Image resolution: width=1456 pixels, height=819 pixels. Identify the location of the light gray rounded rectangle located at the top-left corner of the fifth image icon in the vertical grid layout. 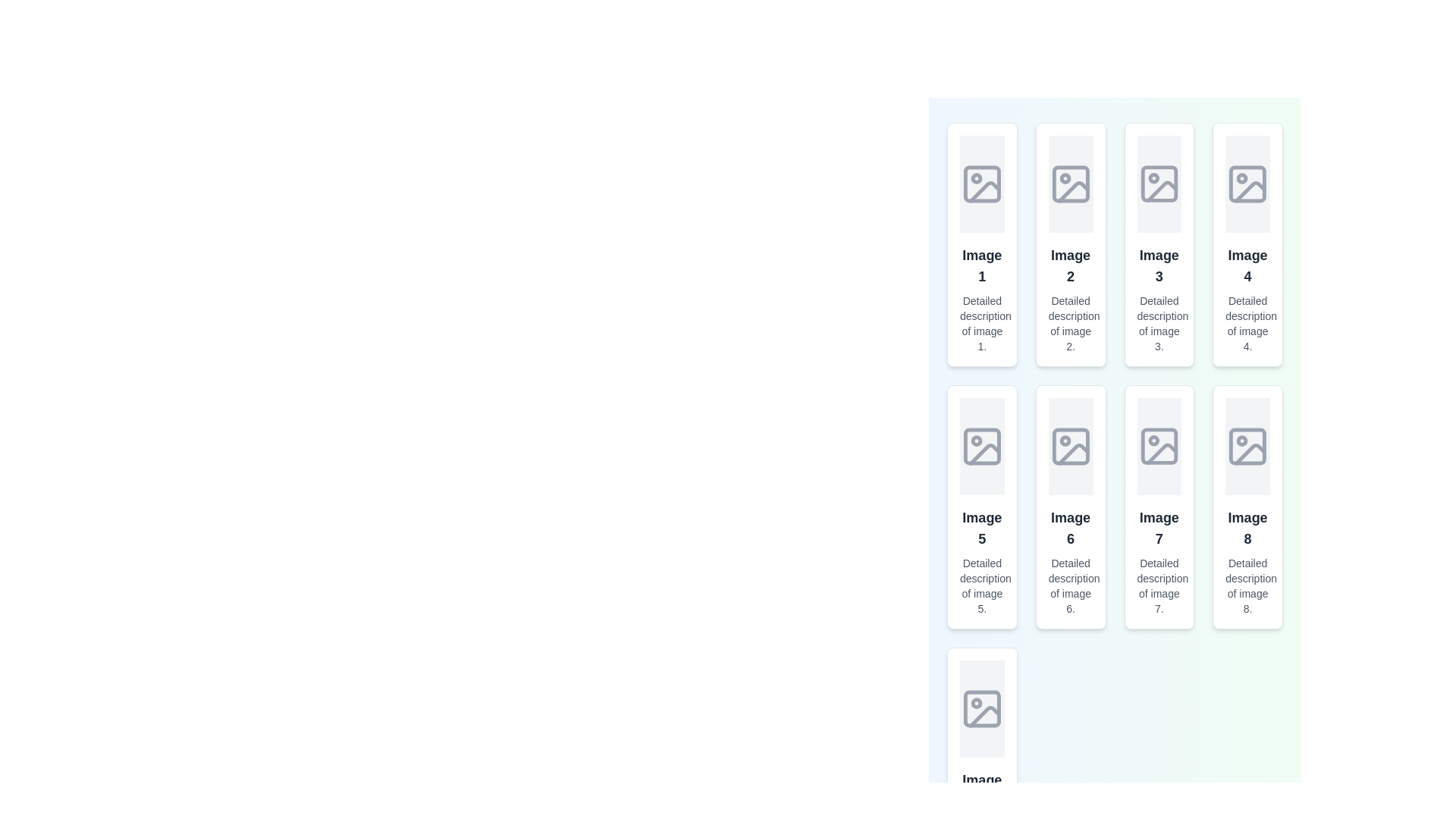
(982, 446).